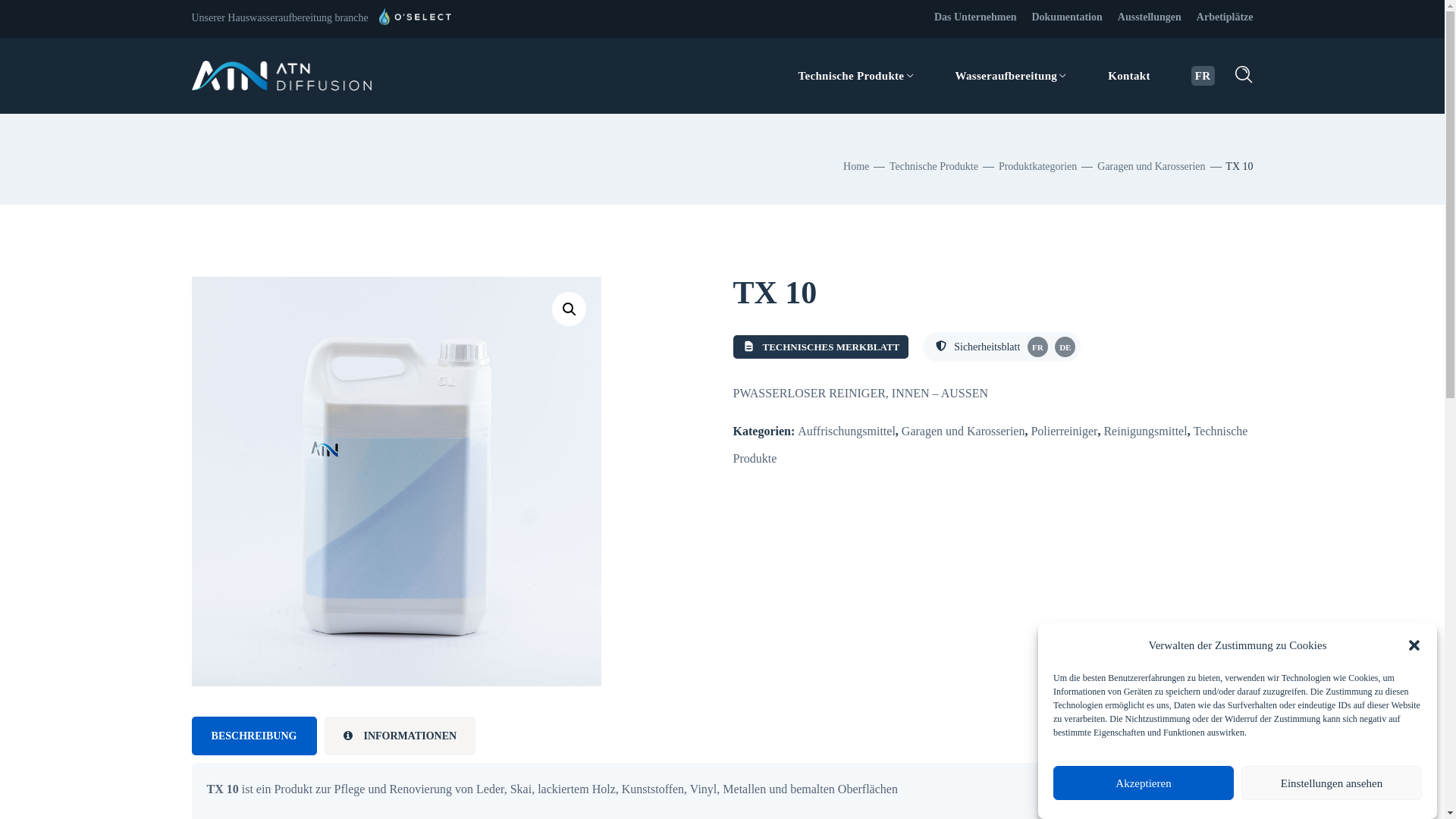 This screenshot has width=1456, height=819. What do you see at coordinates (933, 166) in the screenshot?
I see `'Technische Produkte'` at bounding box center [933, 166].